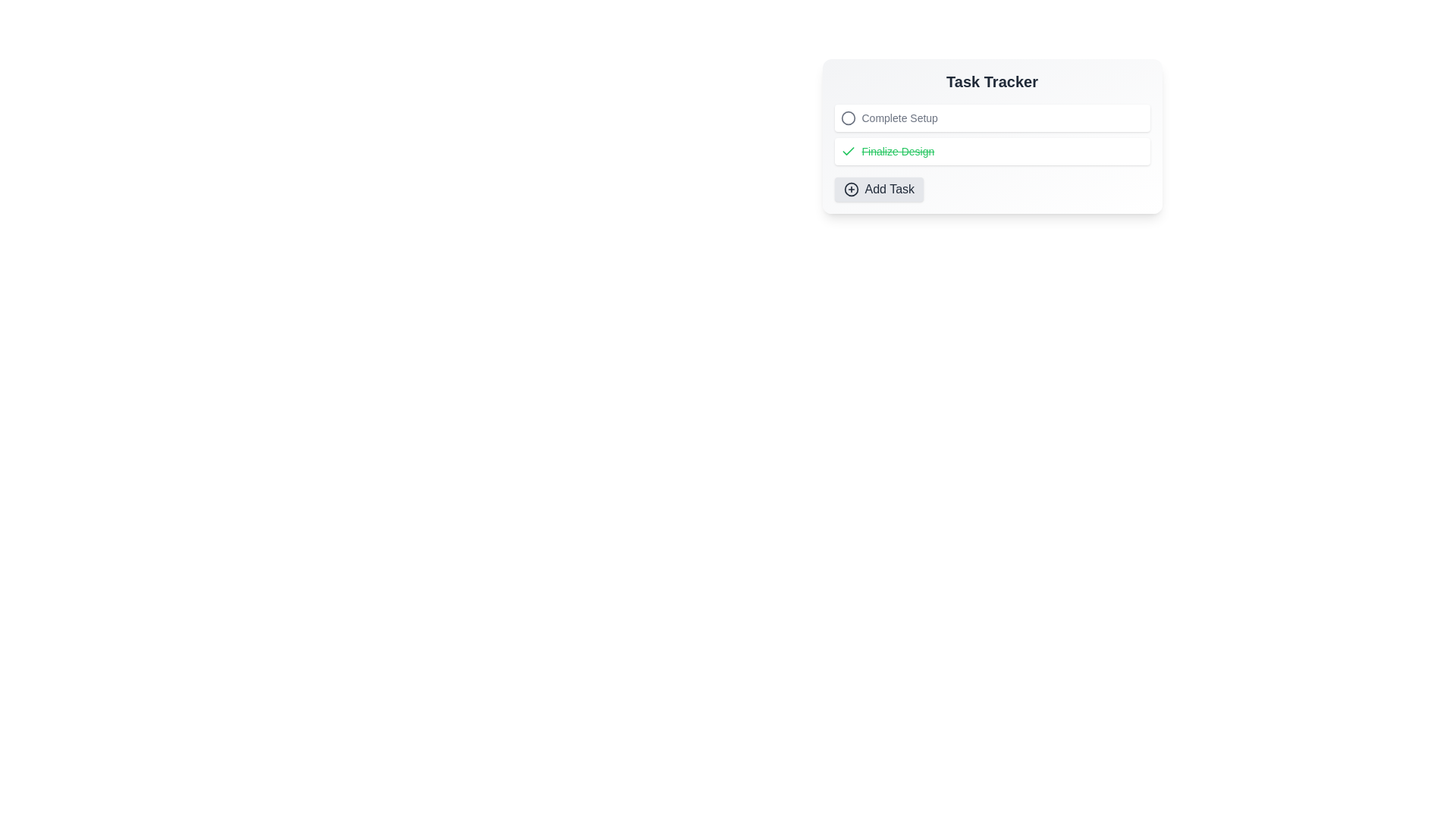  What do you see at coordinates (992, 82) in the screenshot?
I see `the title of the Task Tracker component` at bounding box center [992, 82].